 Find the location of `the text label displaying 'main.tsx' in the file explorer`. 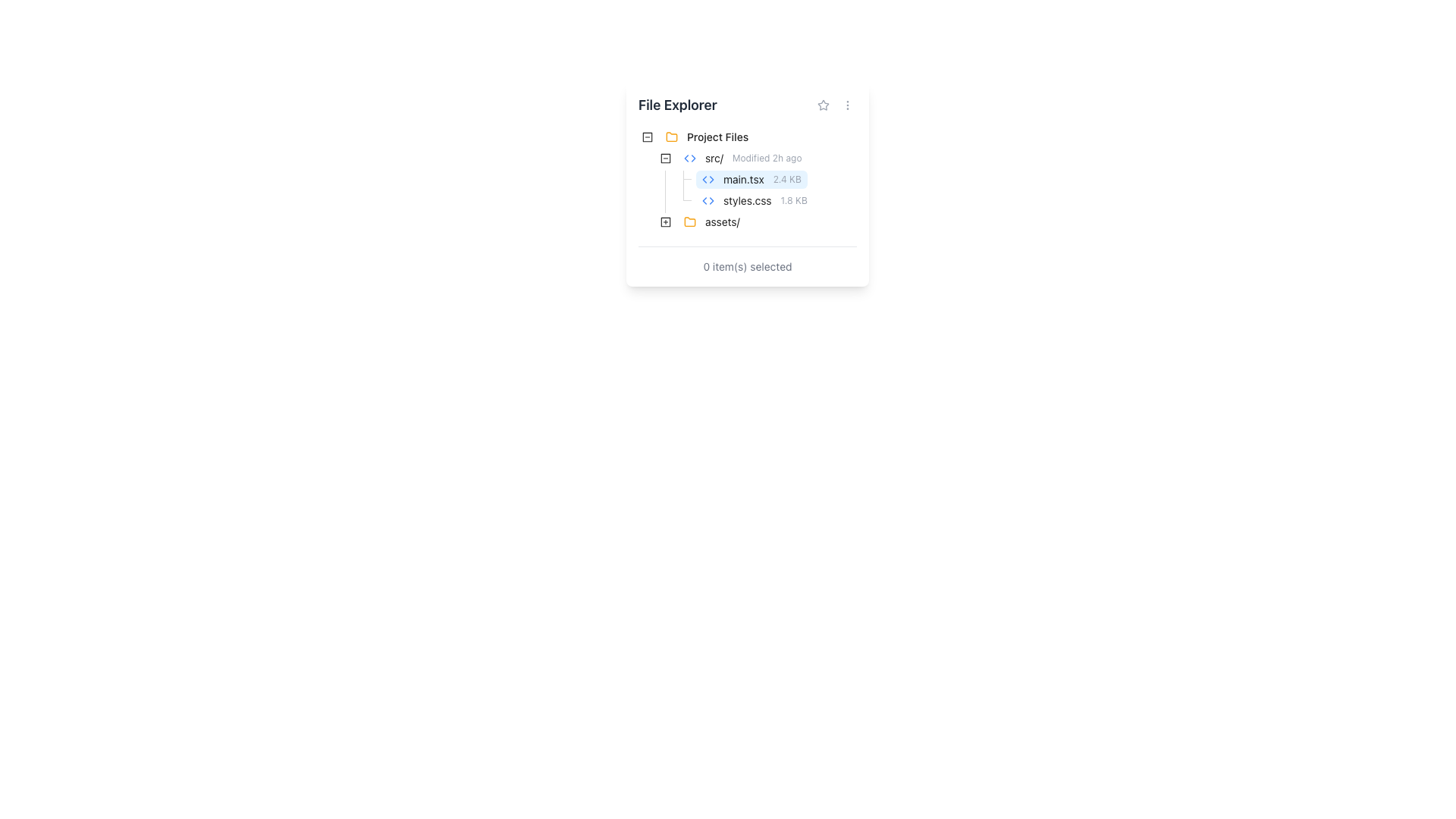

the text label displaying 'main.tsx' in the file explorer is located at coordinates (743, 178).